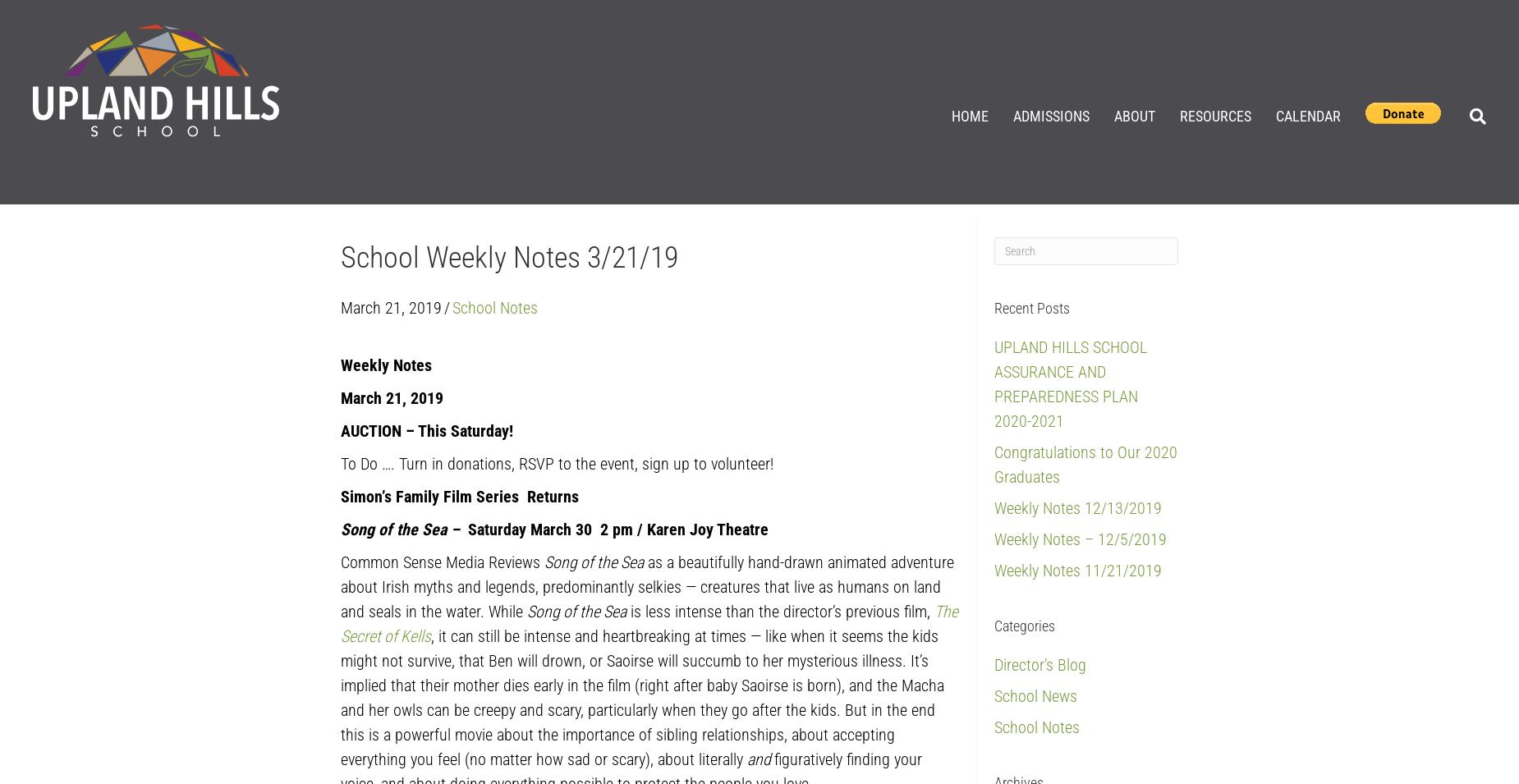 Image resolution: width=1519 pixels, height=784 pixels. Describe the element at coordinates (1307, 114) in the screenshot. I see `'Calendar'` at that location.